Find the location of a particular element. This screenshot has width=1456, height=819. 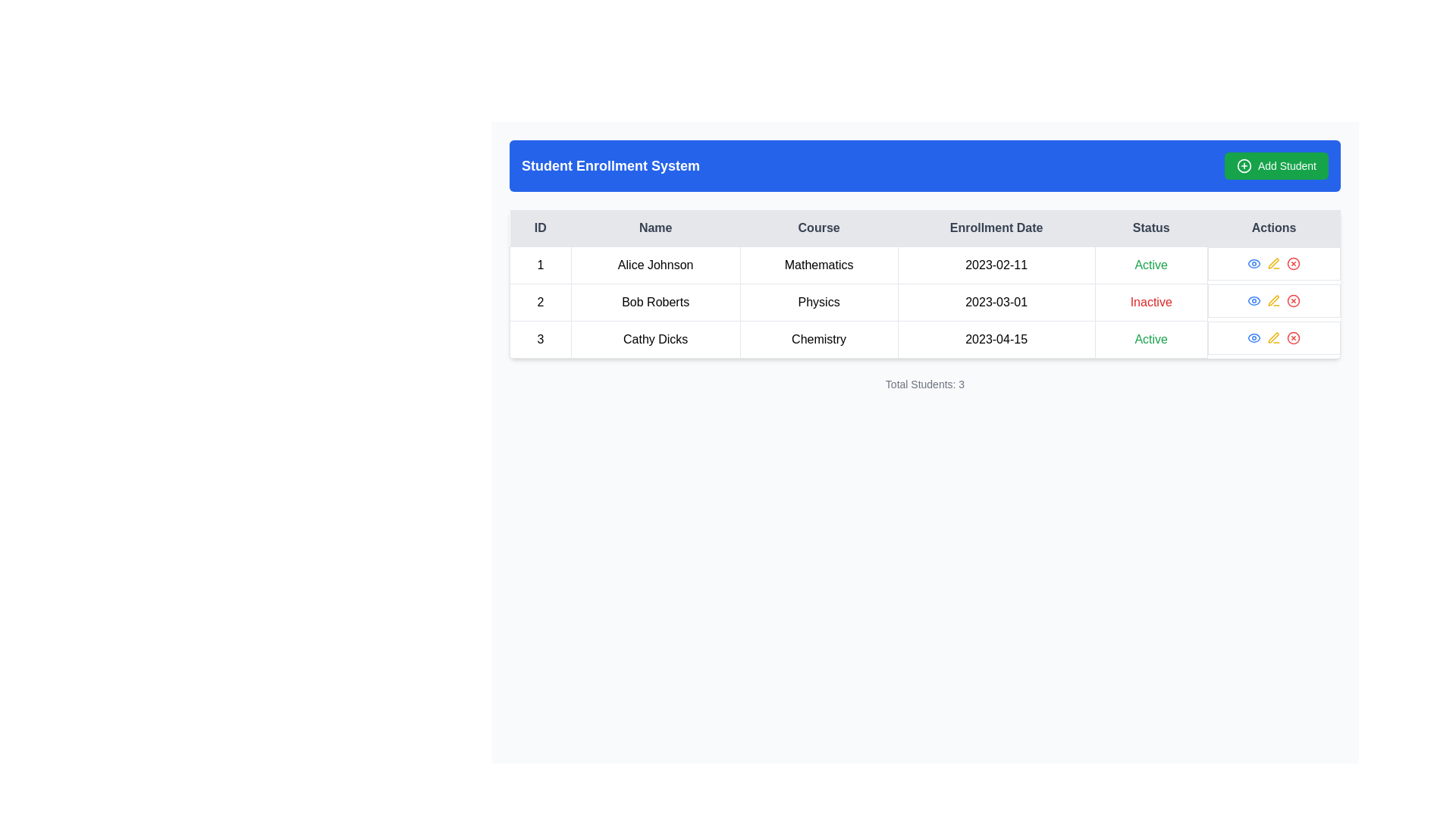

the table cell displaying the name 'Cathy Dicks' in the third row, second column labeled 'Name' is located at coordinates (655, 338).